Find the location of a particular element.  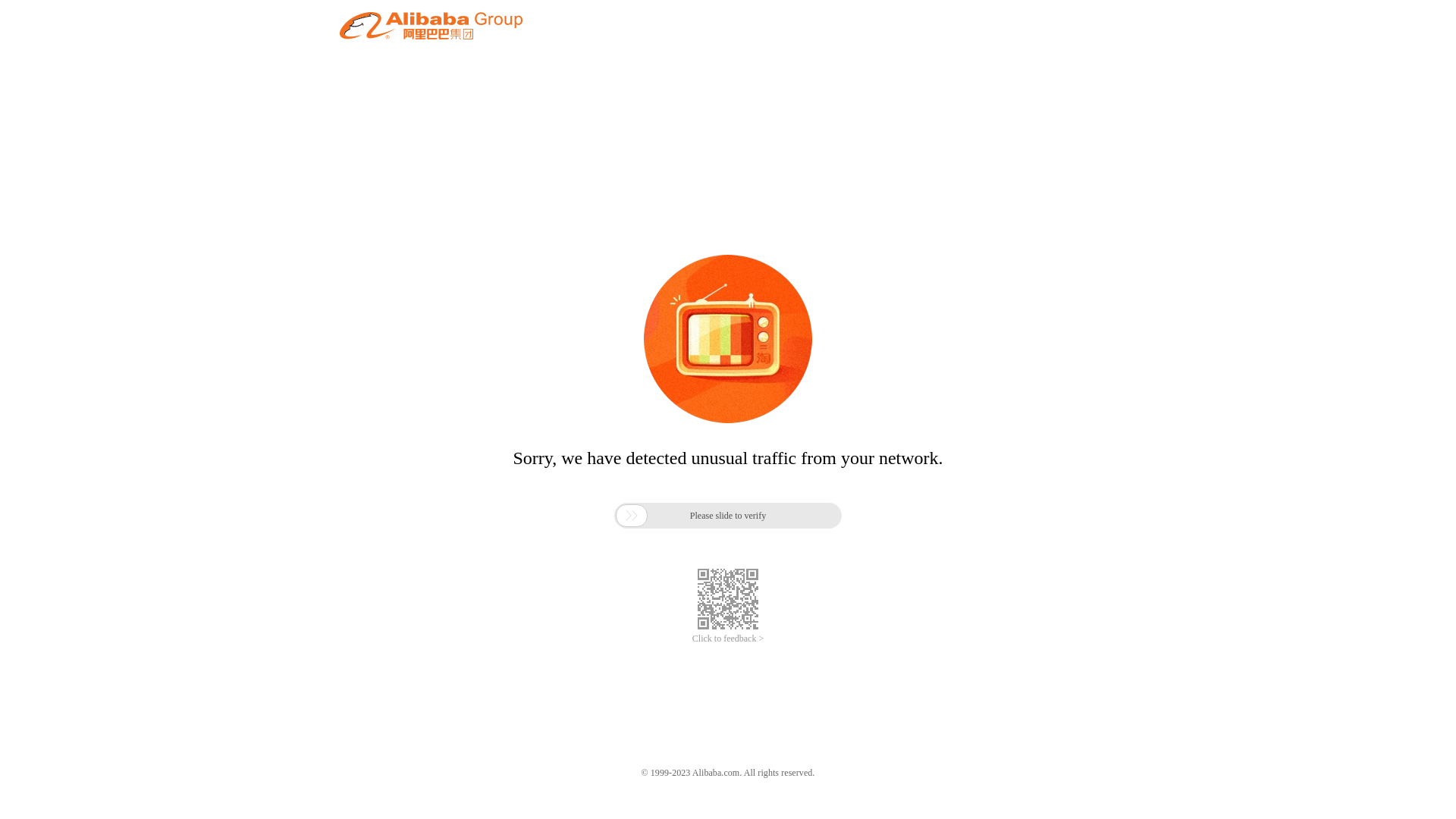

'Click to feedback >' is located at coordinates (728, 639).